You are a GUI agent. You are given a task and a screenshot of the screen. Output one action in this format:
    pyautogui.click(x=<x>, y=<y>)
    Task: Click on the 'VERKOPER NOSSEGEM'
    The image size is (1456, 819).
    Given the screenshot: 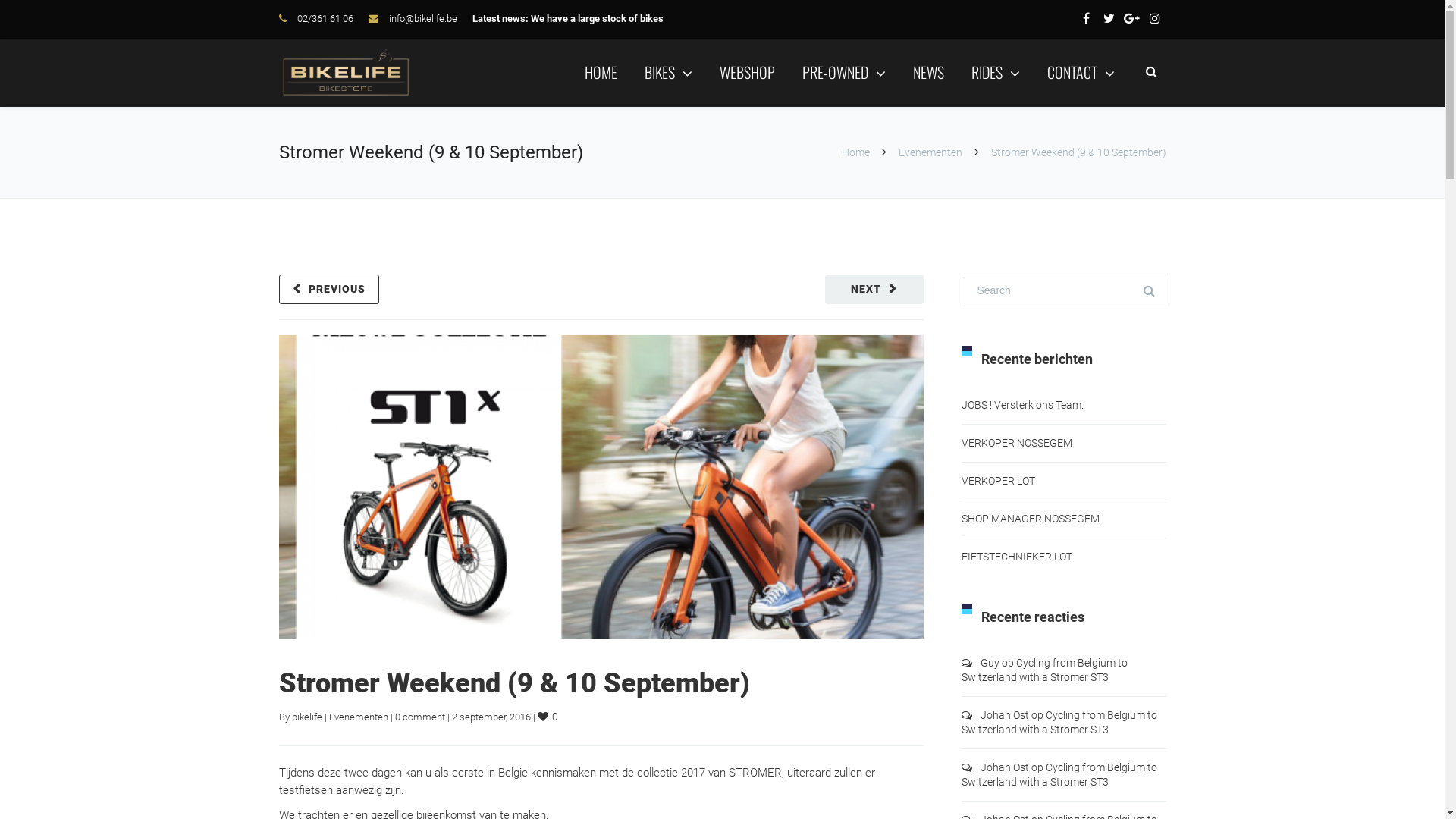 What is the action you would take?
    pyautogui.click(x=960, y=442)
    